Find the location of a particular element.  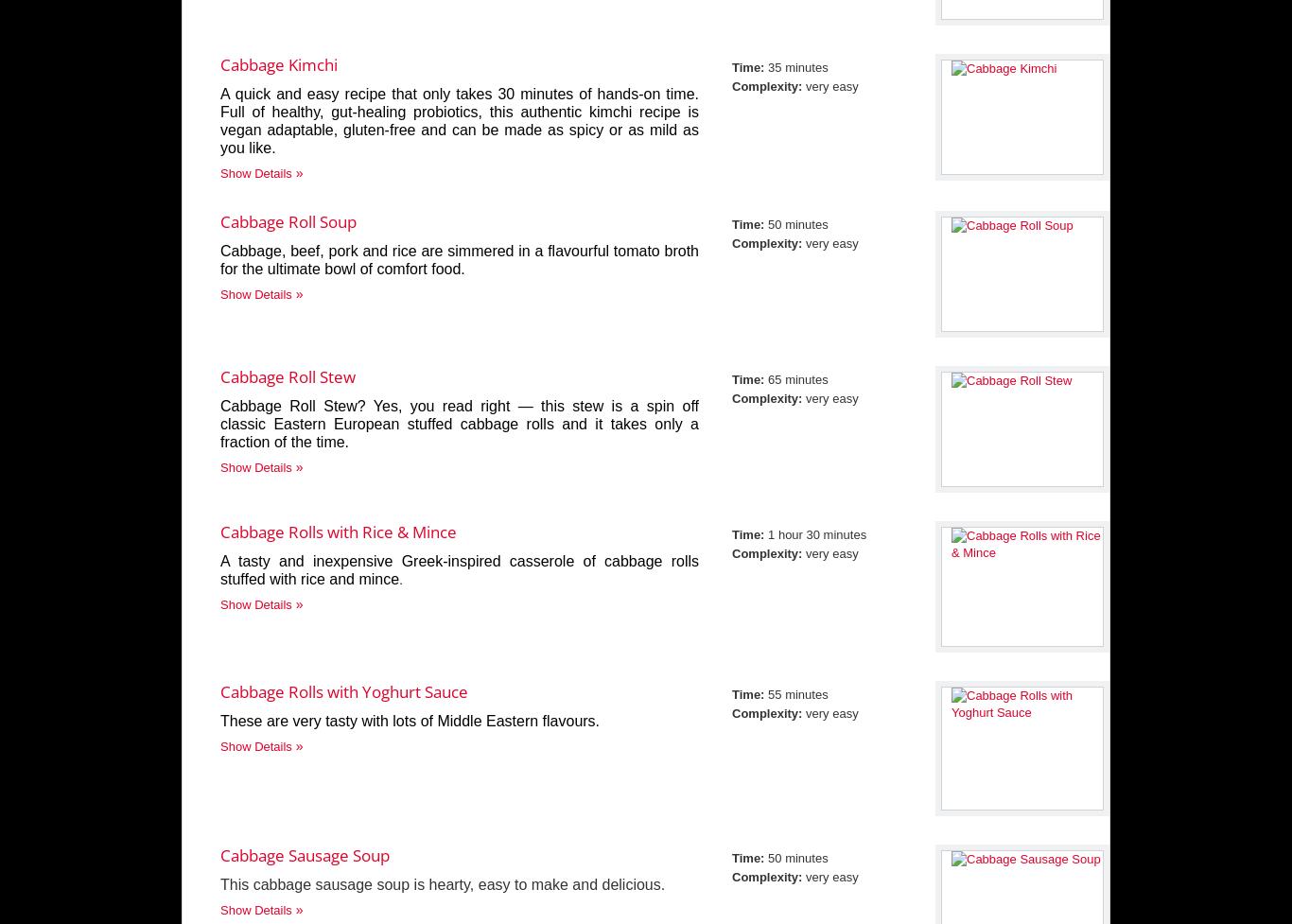

'55 minutes' is located at coordinates (796, 694).